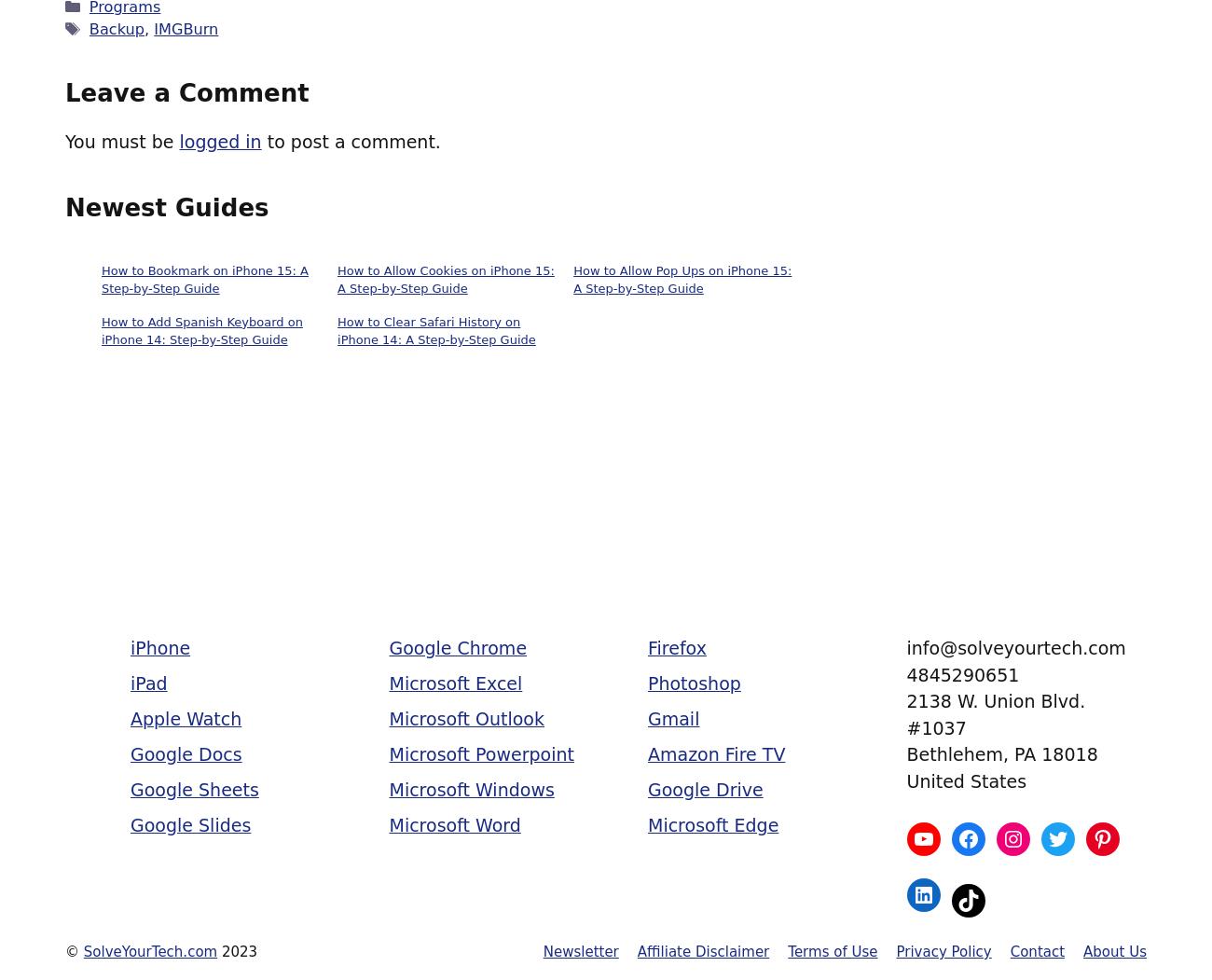 The height and width of the screenshot is (980, 1212). Describe the element at coordinates (453, 824) in the screenshot. I see `'Microsoft Word'` at that location.